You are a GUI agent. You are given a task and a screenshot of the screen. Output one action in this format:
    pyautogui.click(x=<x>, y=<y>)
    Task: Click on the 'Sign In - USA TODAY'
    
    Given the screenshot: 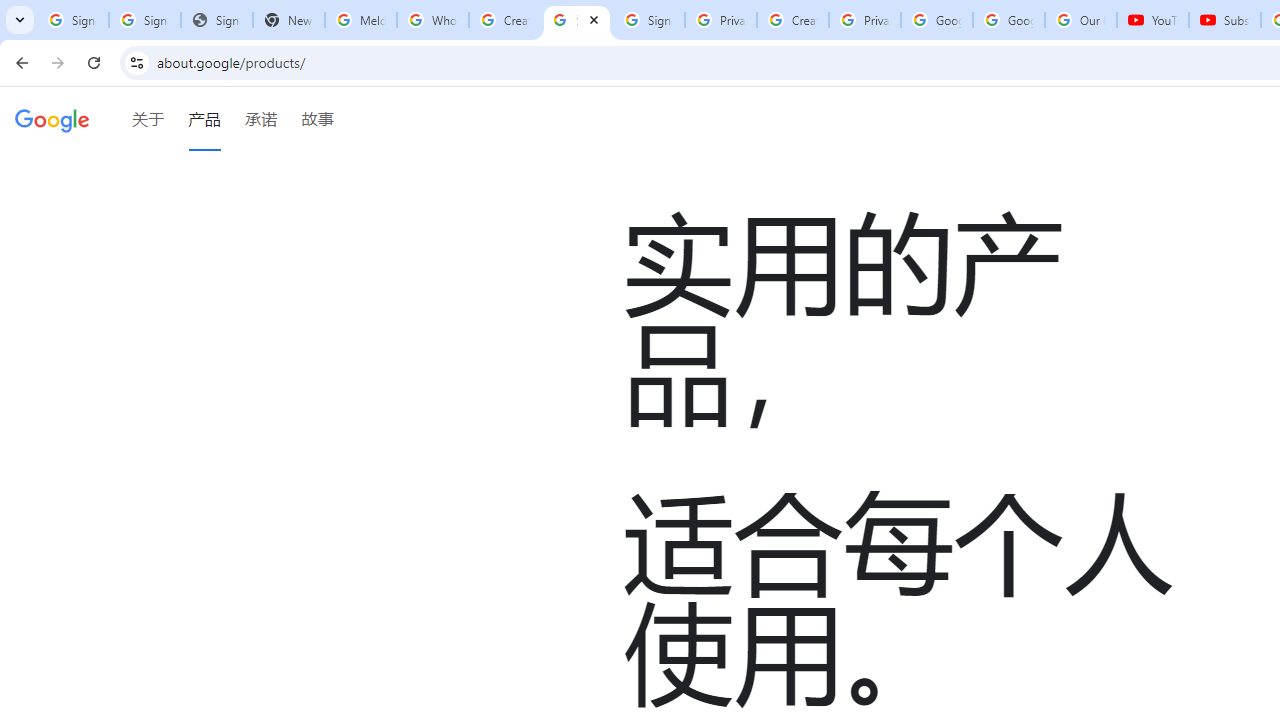 What is the action you would take?
    pyautogui.click(x=216, y=20)
    